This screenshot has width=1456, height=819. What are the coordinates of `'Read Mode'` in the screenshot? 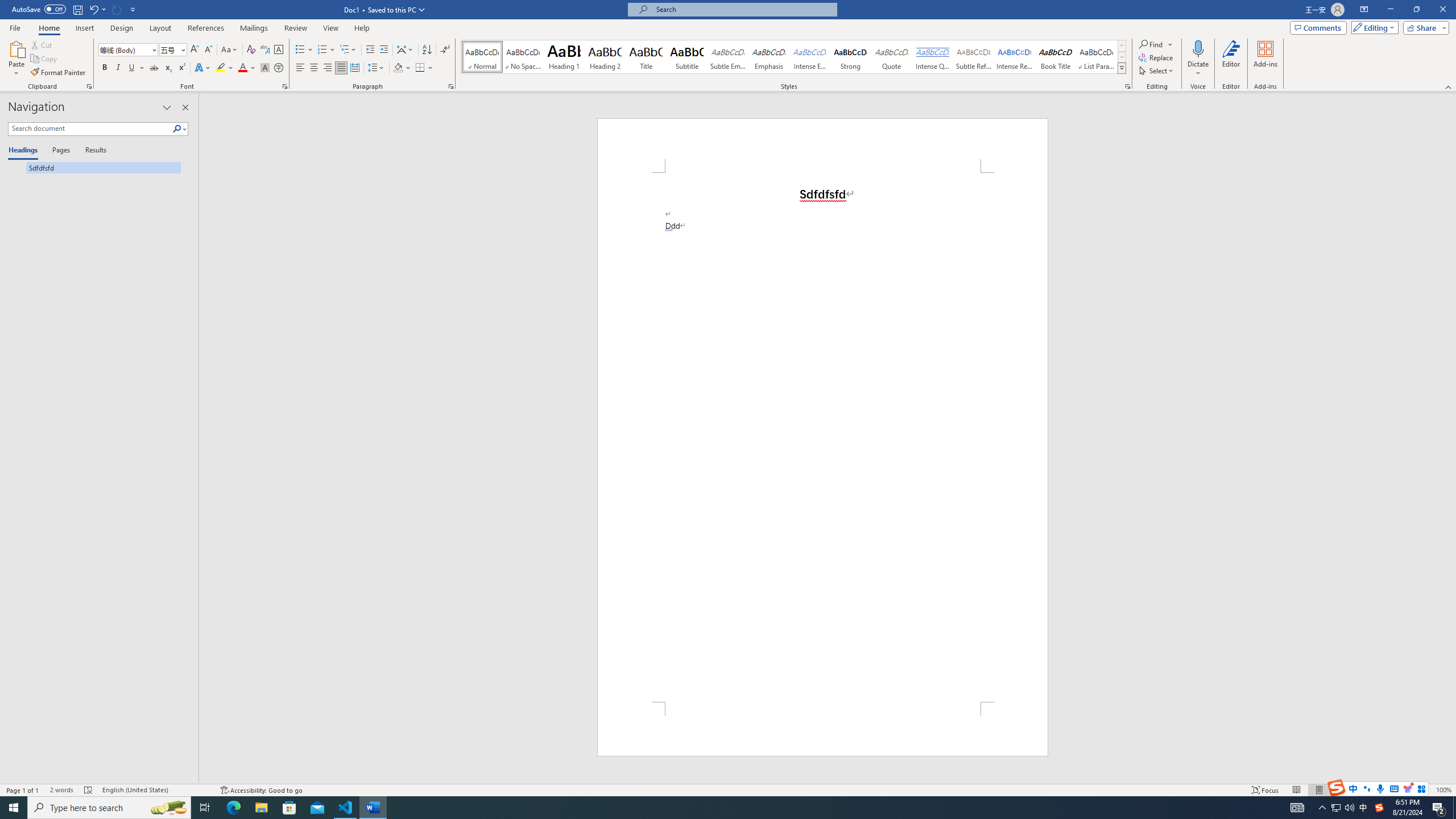 It's located at (1296, 790).